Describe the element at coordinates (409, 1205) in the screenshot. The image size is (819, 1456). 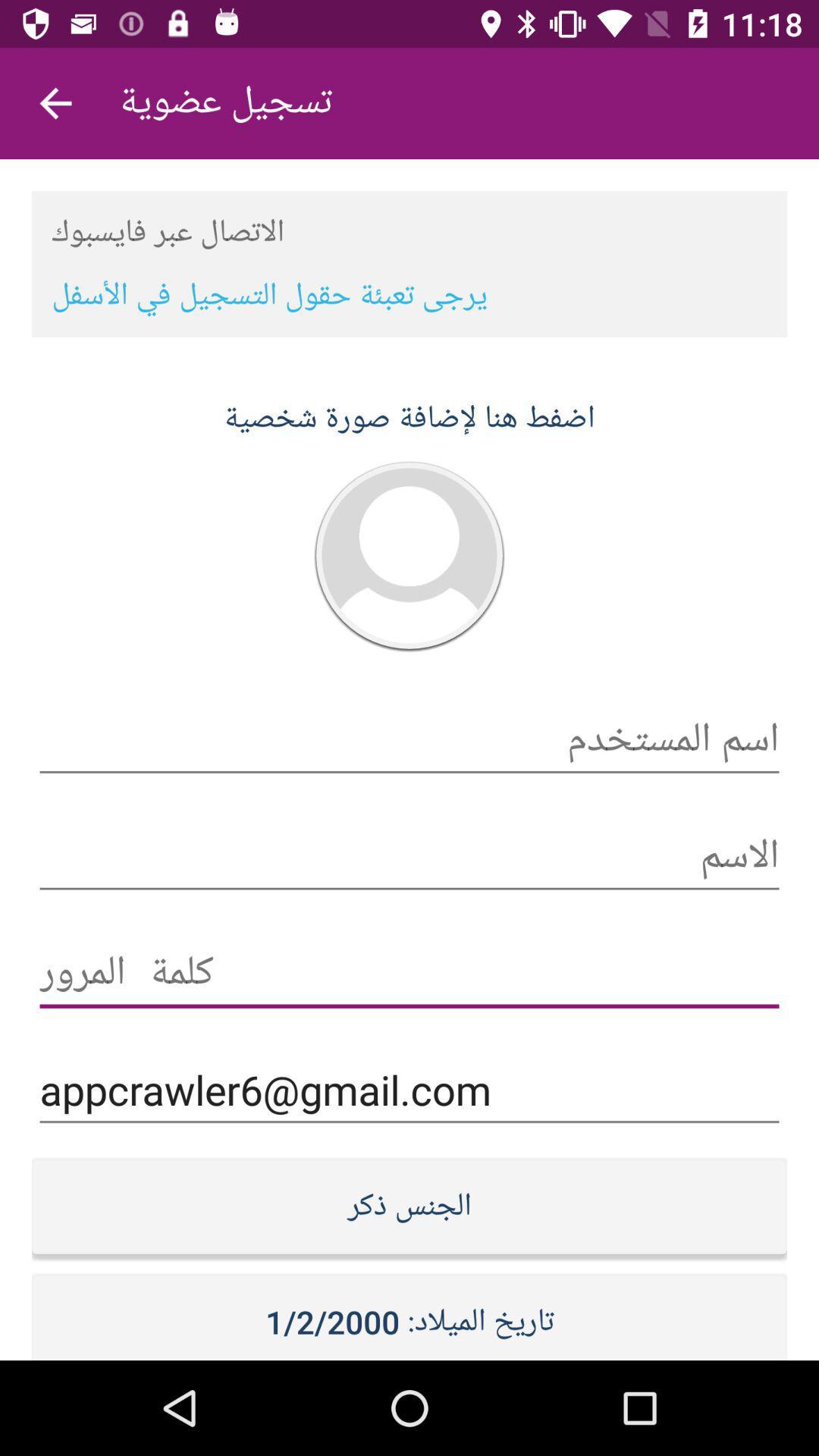
I see `the item below appcrawler6@gmail.com item` at that location.